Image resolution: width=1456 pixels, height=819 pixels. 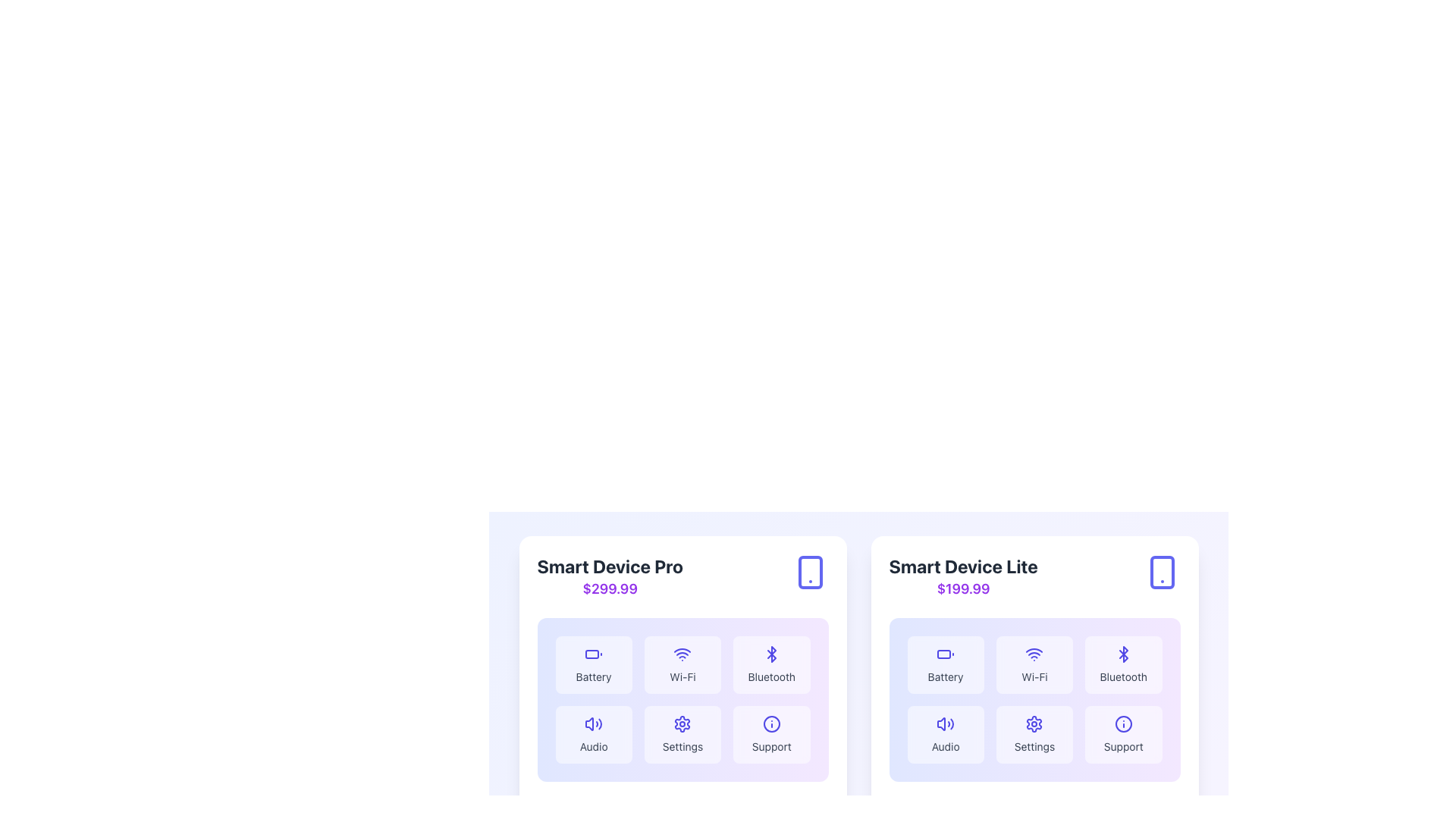 I want to click on the outermost curve of the SVG sound wave icon located in the upper-right corner of the 'Smart Device Lite' card, so click(x=951, y=723).